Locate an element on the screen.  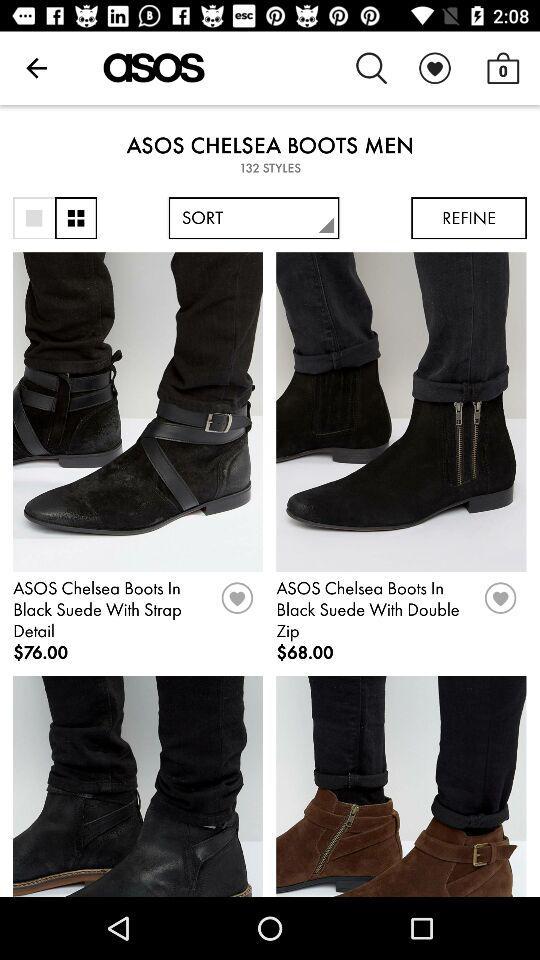
on favorites is located at coordinates (237, 604).